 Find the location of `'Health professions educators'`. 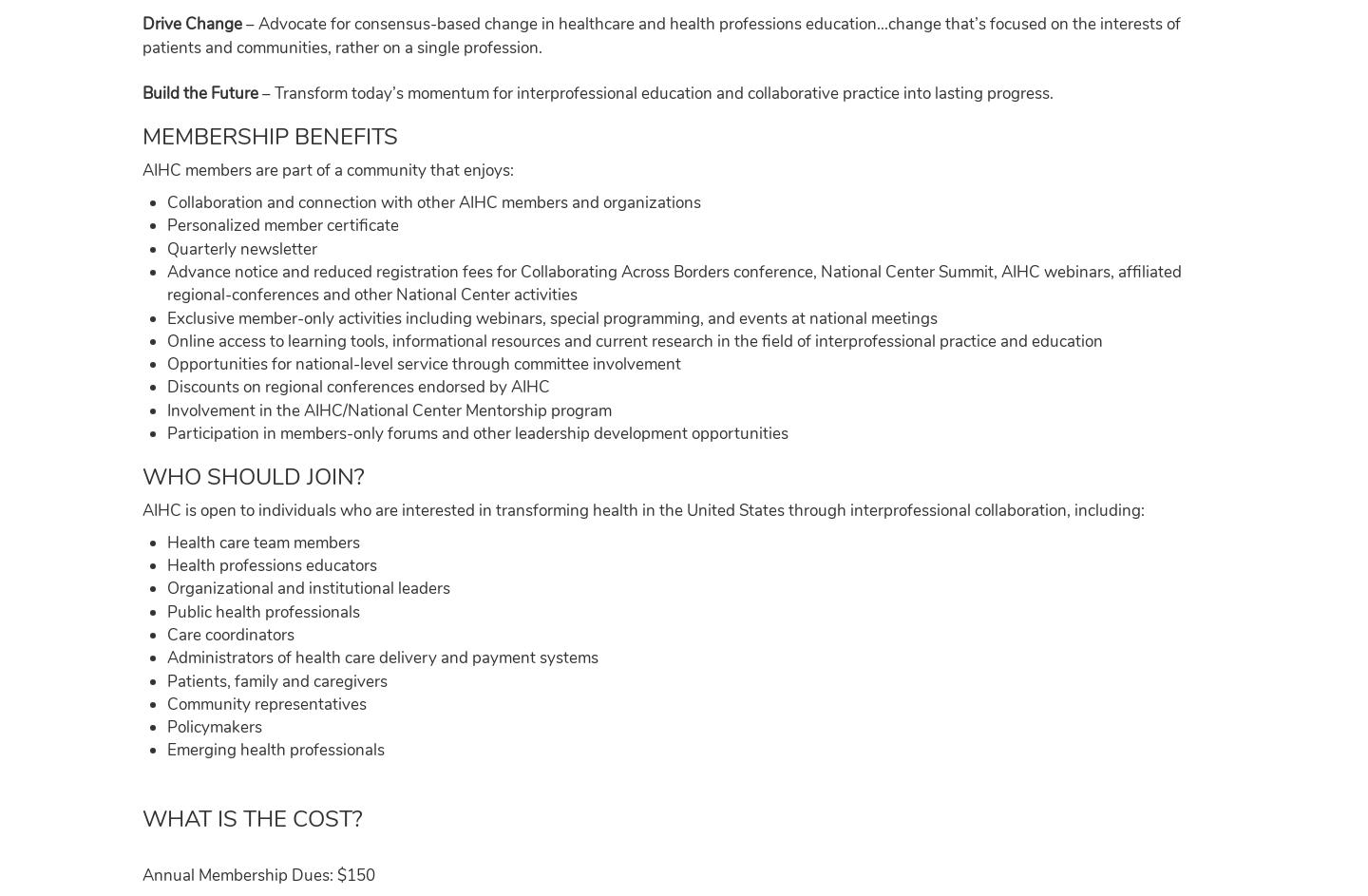

'Health professions educators' is located at coordinates (270, 564).